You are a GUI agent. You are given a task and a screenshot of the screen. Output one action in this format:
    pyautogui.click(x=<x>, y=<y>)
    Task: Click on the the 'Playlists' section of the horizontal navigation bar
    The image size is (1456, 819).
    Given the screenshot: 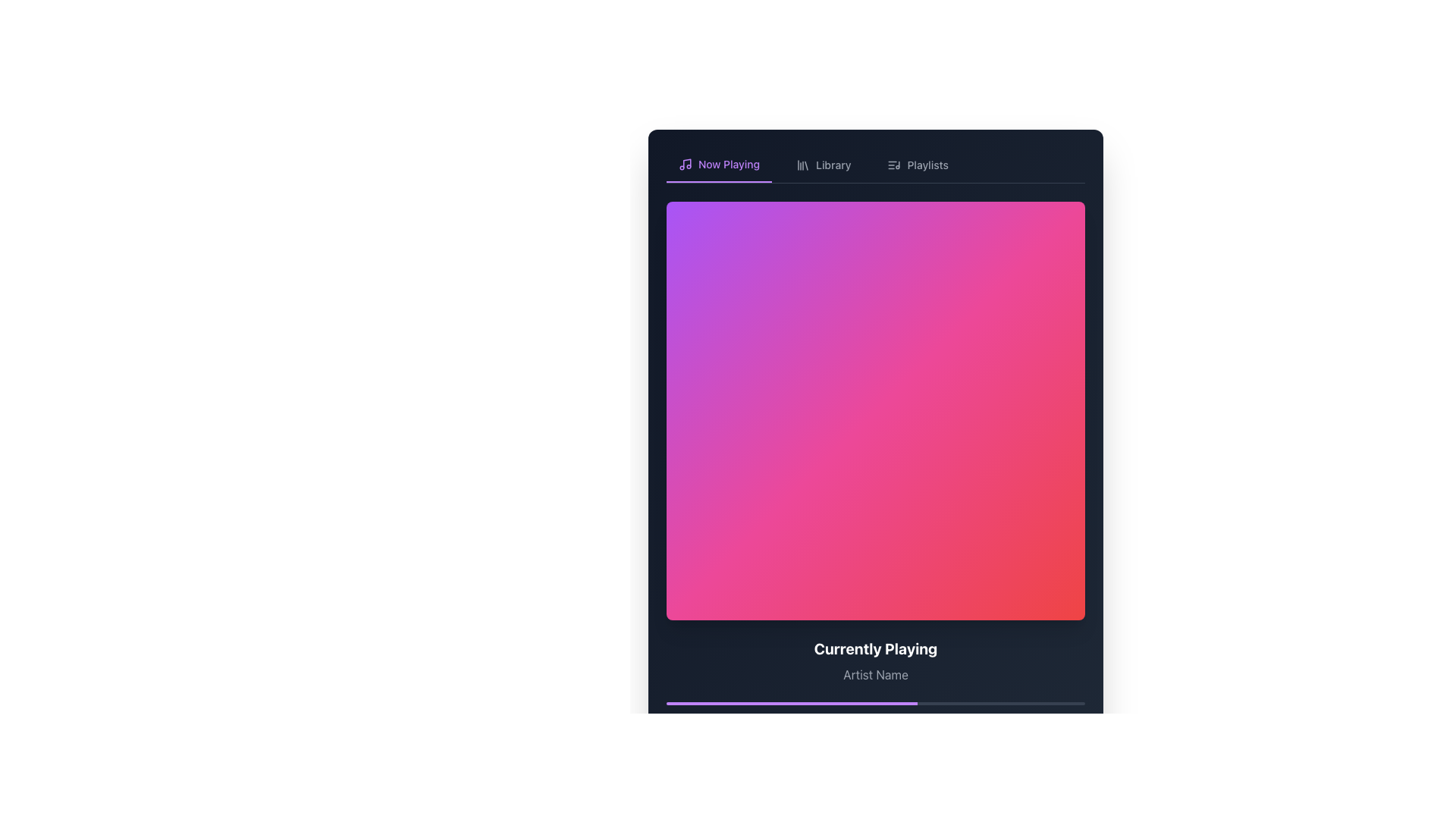 What is the action you would take?
    pyautogui.click(x=876, y=165)
    